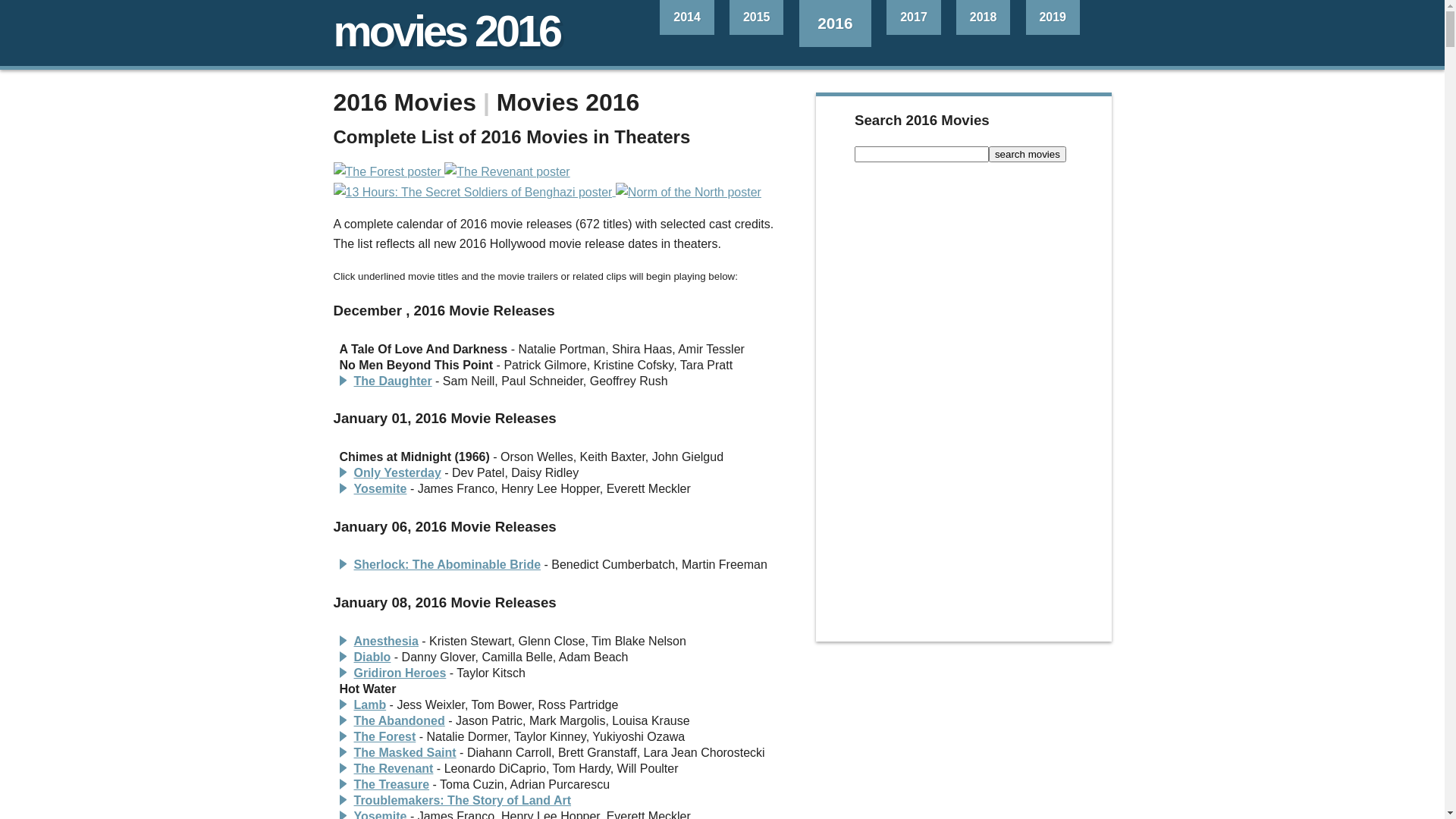 Image resolution: width=1456 pixels, height=819 pixels. I want to click on 'The Abandoned', so click(399, 720).